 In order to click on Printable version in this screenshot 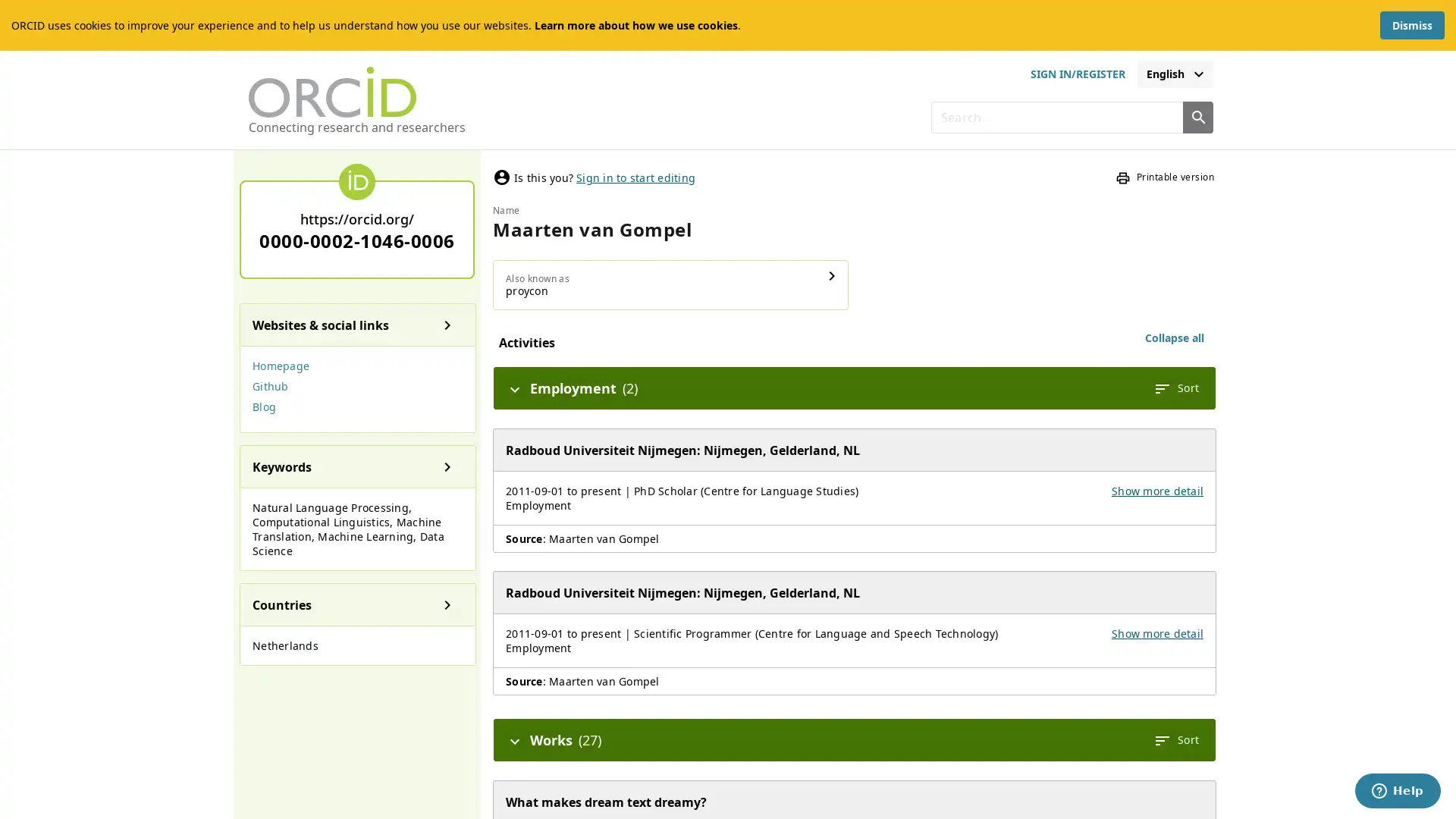, I will do `click(1164, 177)`.